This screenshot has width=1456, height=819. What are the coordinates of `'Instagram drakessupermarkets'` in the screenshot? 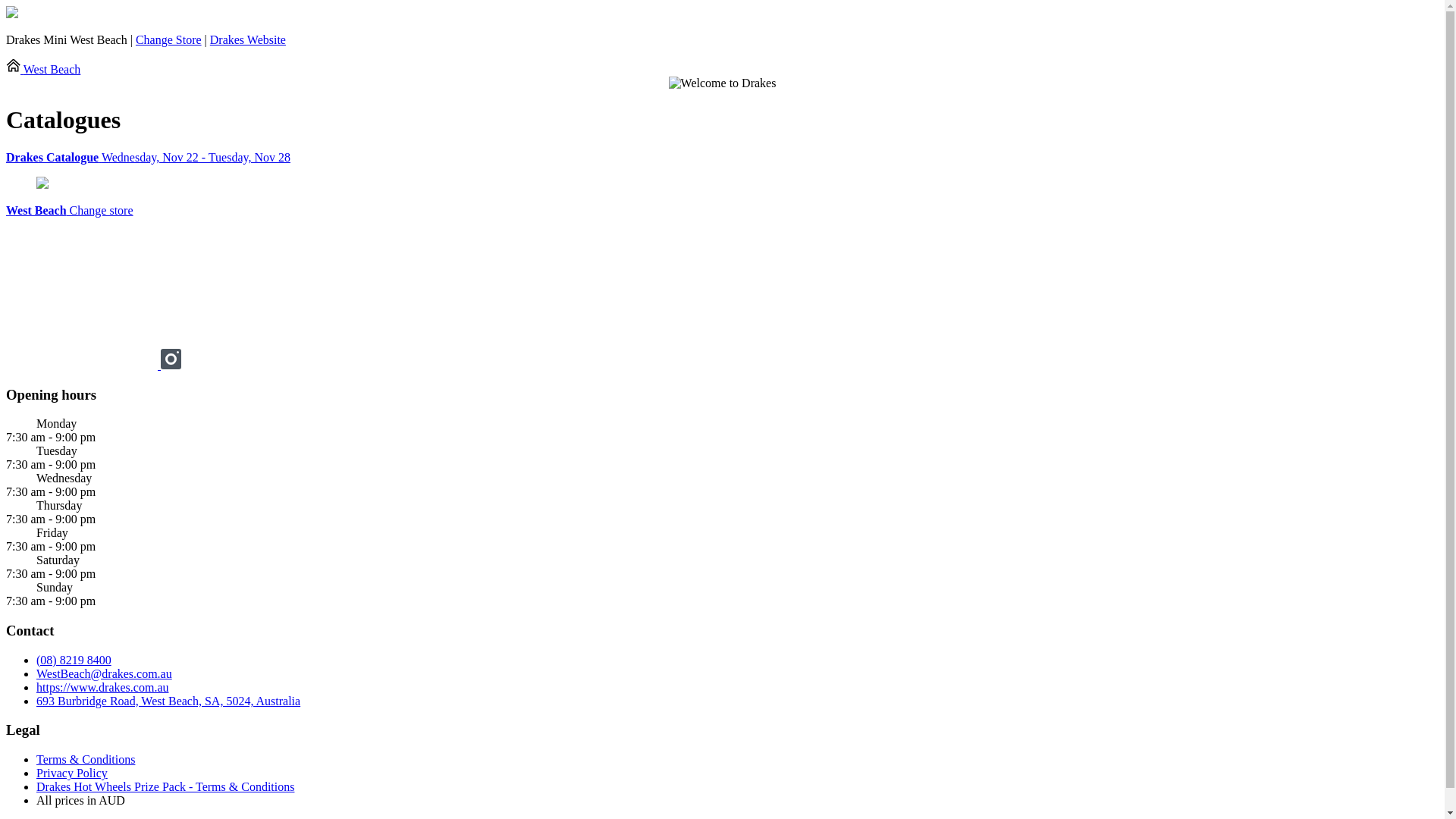 It's located at (171, 365).